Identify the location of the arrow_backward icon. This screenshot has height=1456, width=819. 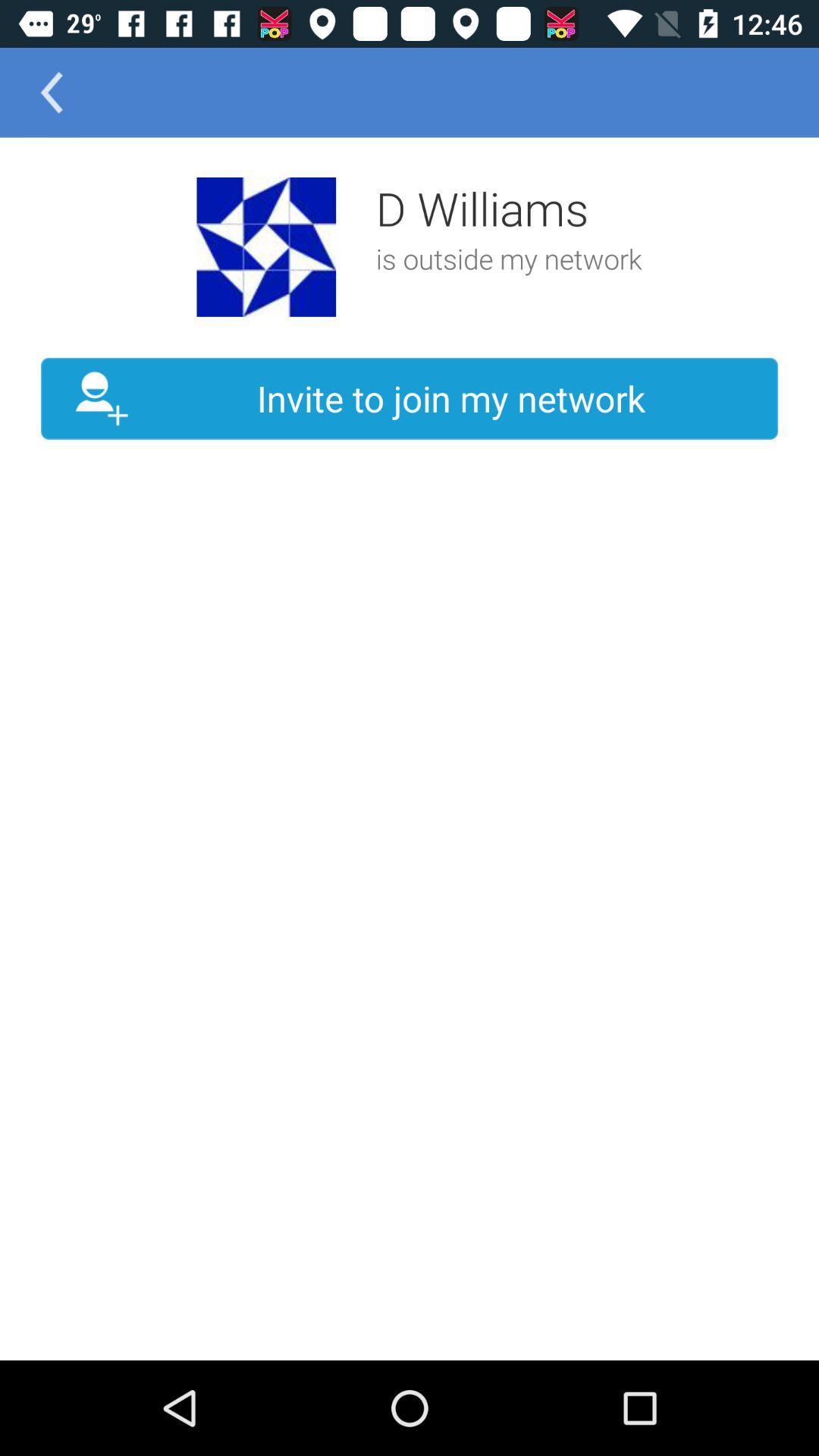
(51, 92).